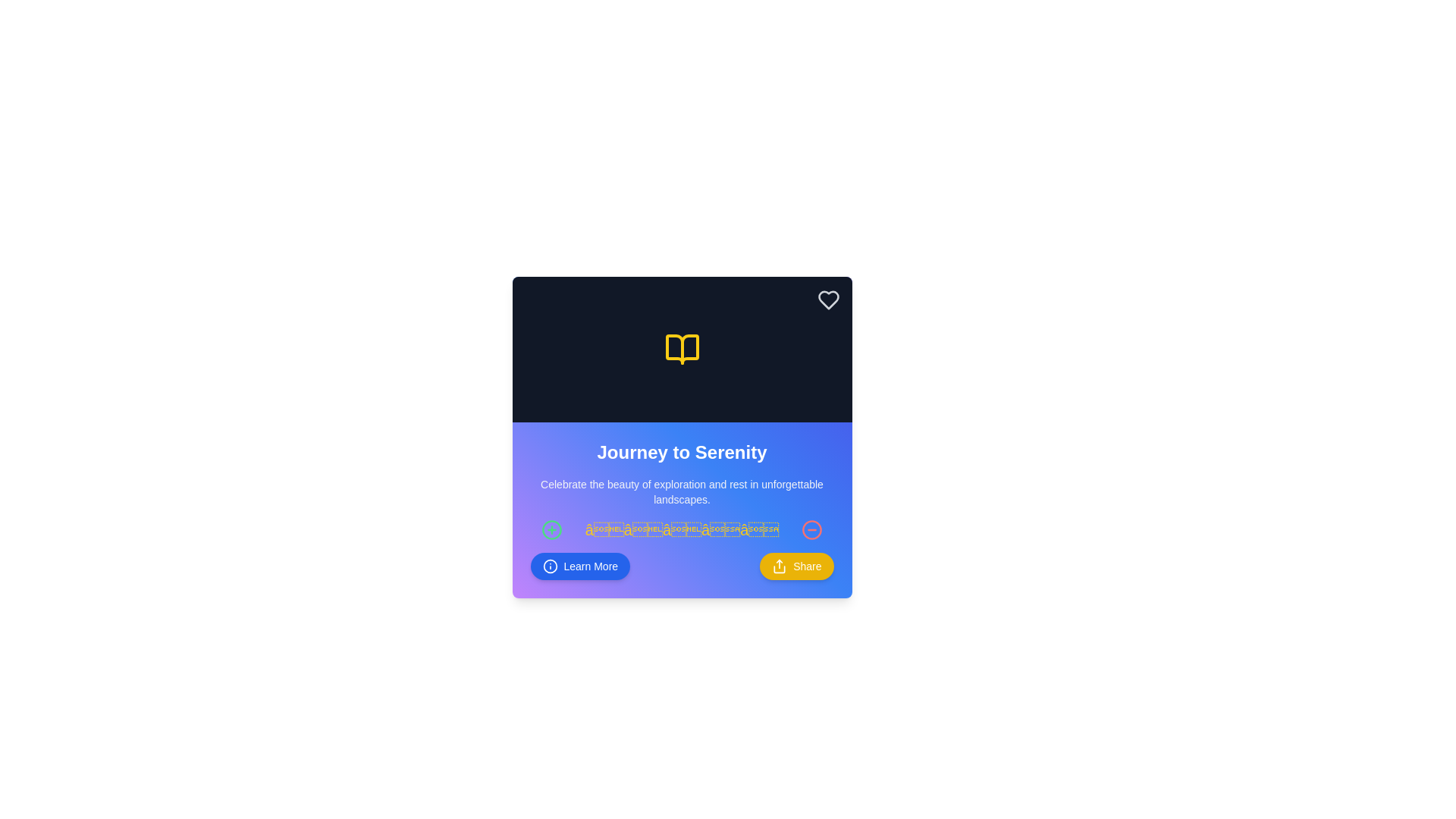 This screenshot has width=1456, height=819. What do you see at coordinates (681, 529) in the screenshot?
I see `the individual stars of the Rating bar, which visually represents a 3-out-of-5 star rating, located below the description text and above the buttons 'Learn More' and 'Share'` at bounding box center [681, 529].